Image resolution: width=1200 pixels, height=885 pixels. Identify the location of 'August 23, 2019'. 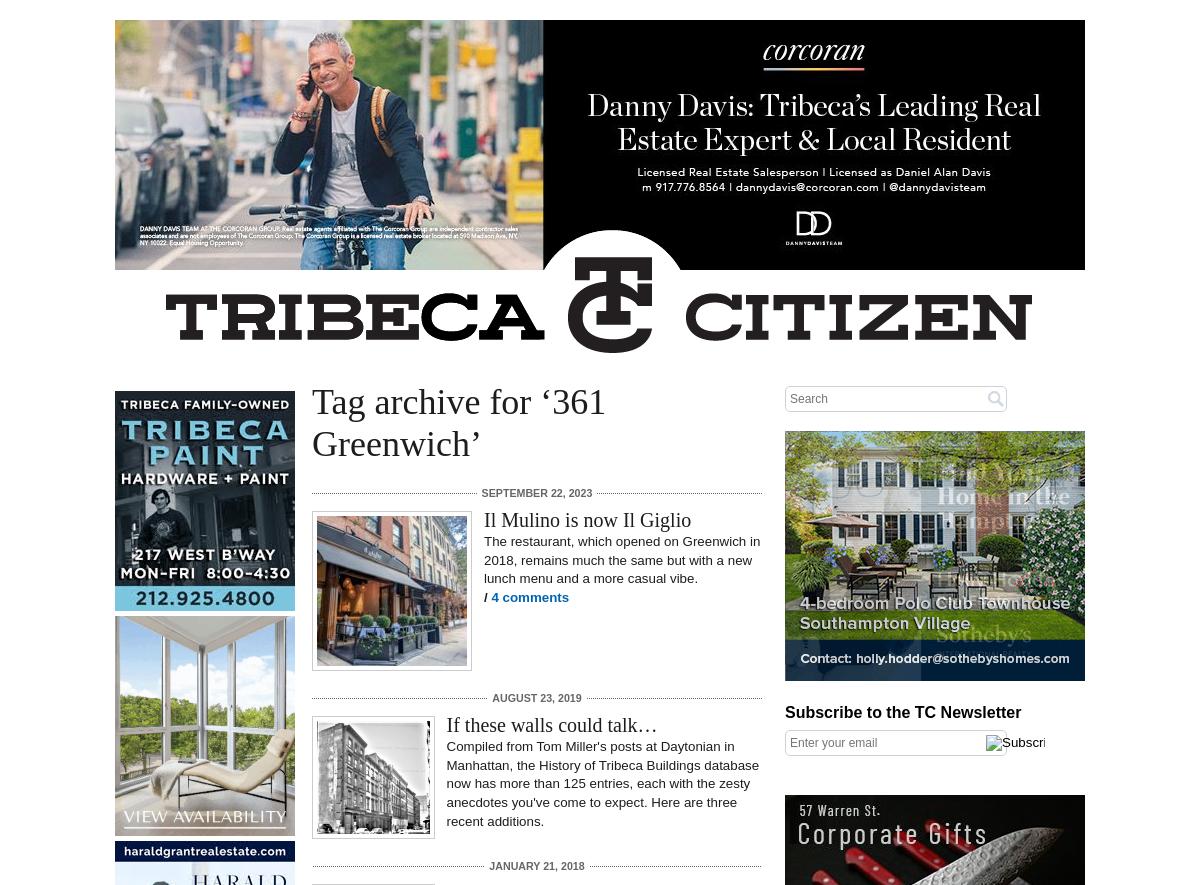
(535, 696).